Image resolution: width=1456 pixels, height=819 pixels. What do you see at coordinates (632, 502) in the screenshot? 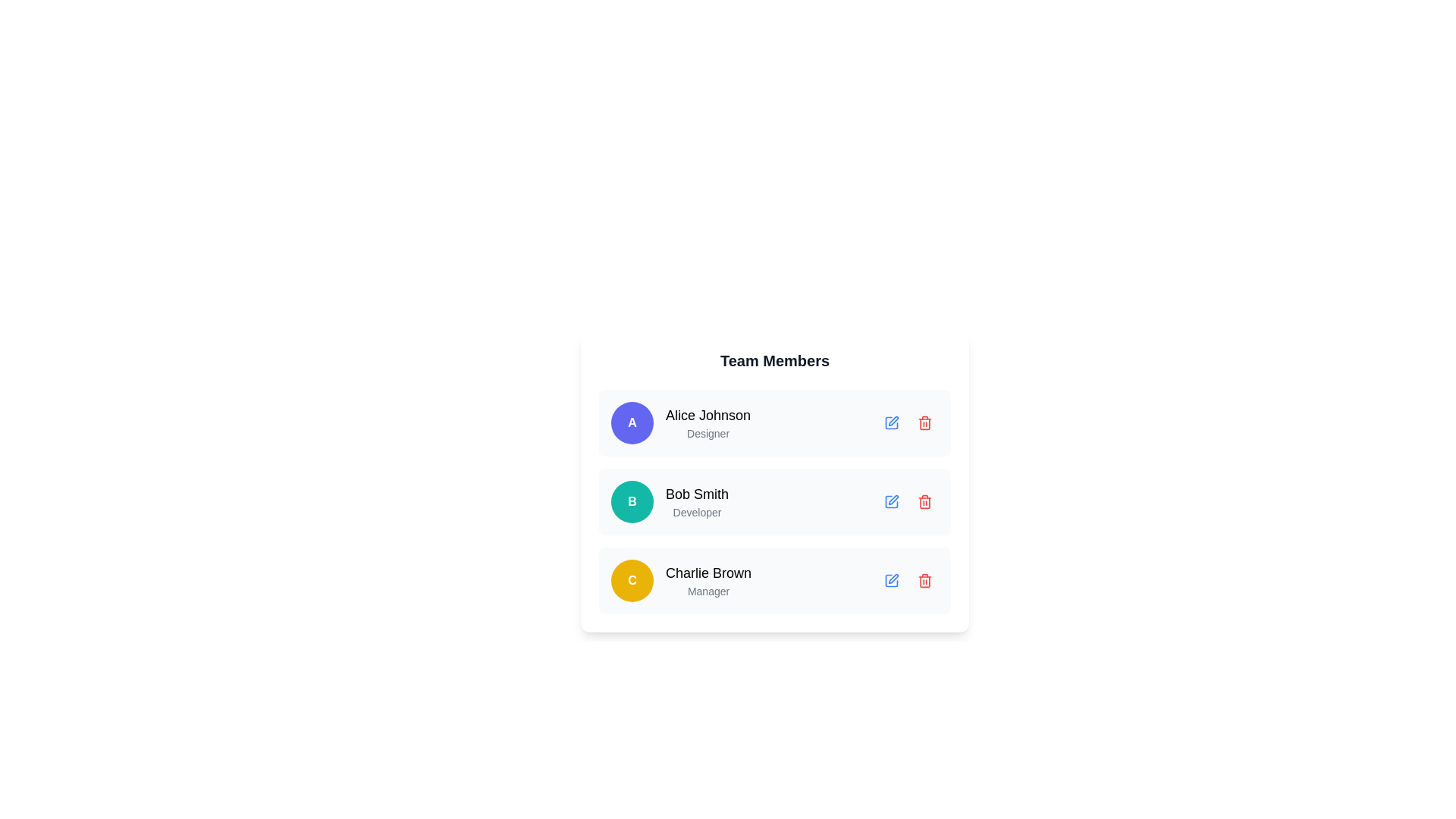
I see `the circular badge representing the initials of 'Bob Smith', which is positioned to the left of the text 'Bob Smith' and 'Developer' in the second row of team members` at bounding box center [632, 502].